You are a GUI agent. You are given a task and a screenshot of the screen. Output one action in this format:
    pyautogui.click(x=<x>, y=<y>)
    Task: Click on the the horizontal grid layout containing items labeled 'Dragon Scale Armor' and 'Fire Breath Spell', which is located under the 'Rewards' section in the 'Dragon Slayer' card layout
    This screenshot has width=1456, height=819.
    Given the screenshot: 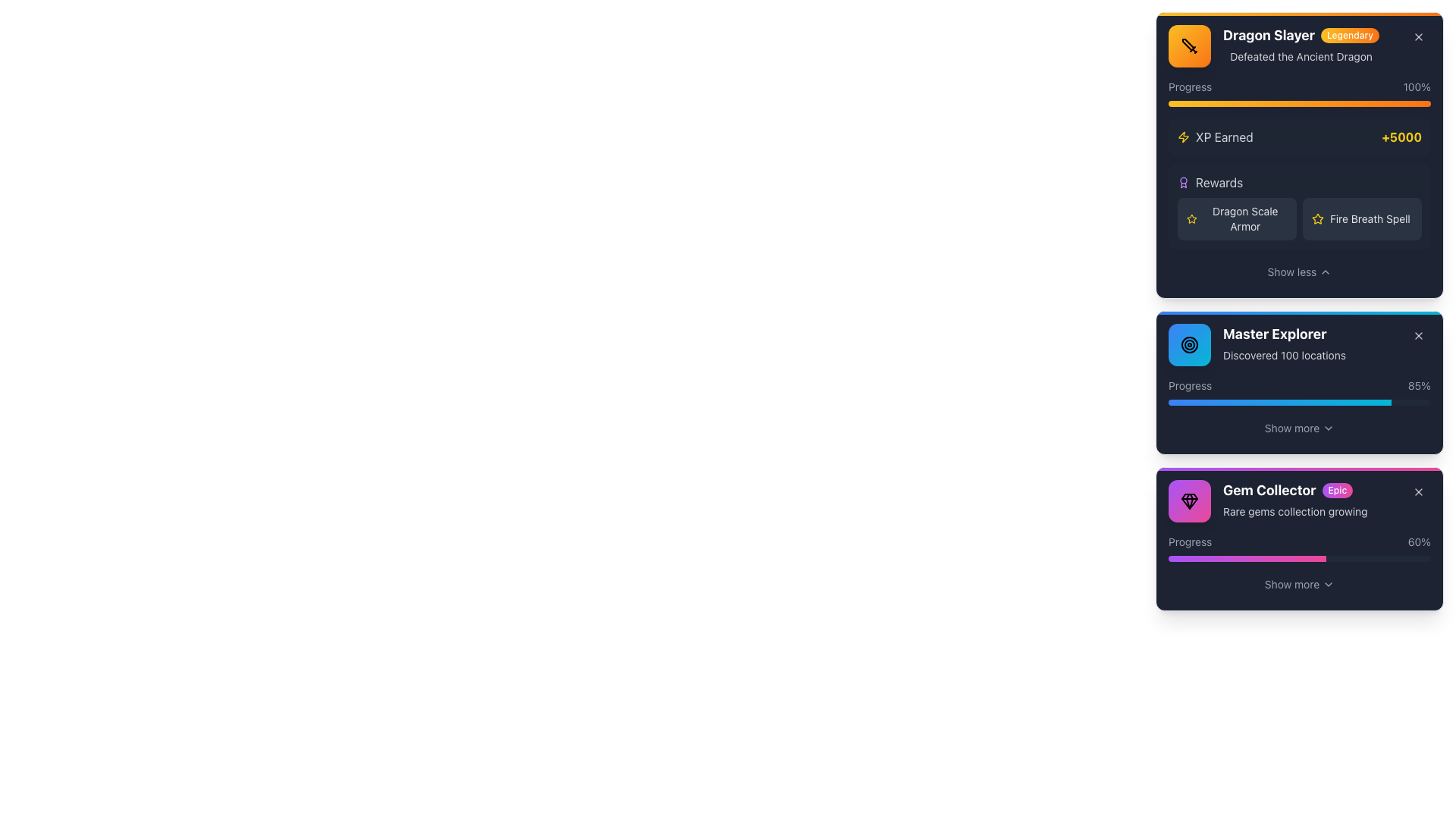 What is the action you would take?
    pyautogui.click(x=1298, y=219)
    